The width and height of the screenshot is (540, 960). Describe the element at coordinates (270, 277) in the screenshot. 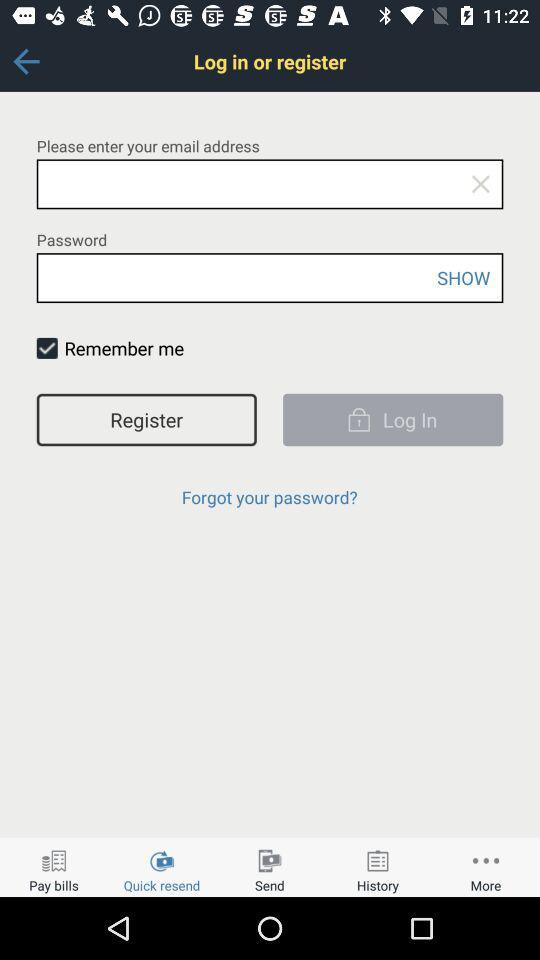

I see `password` at that location.